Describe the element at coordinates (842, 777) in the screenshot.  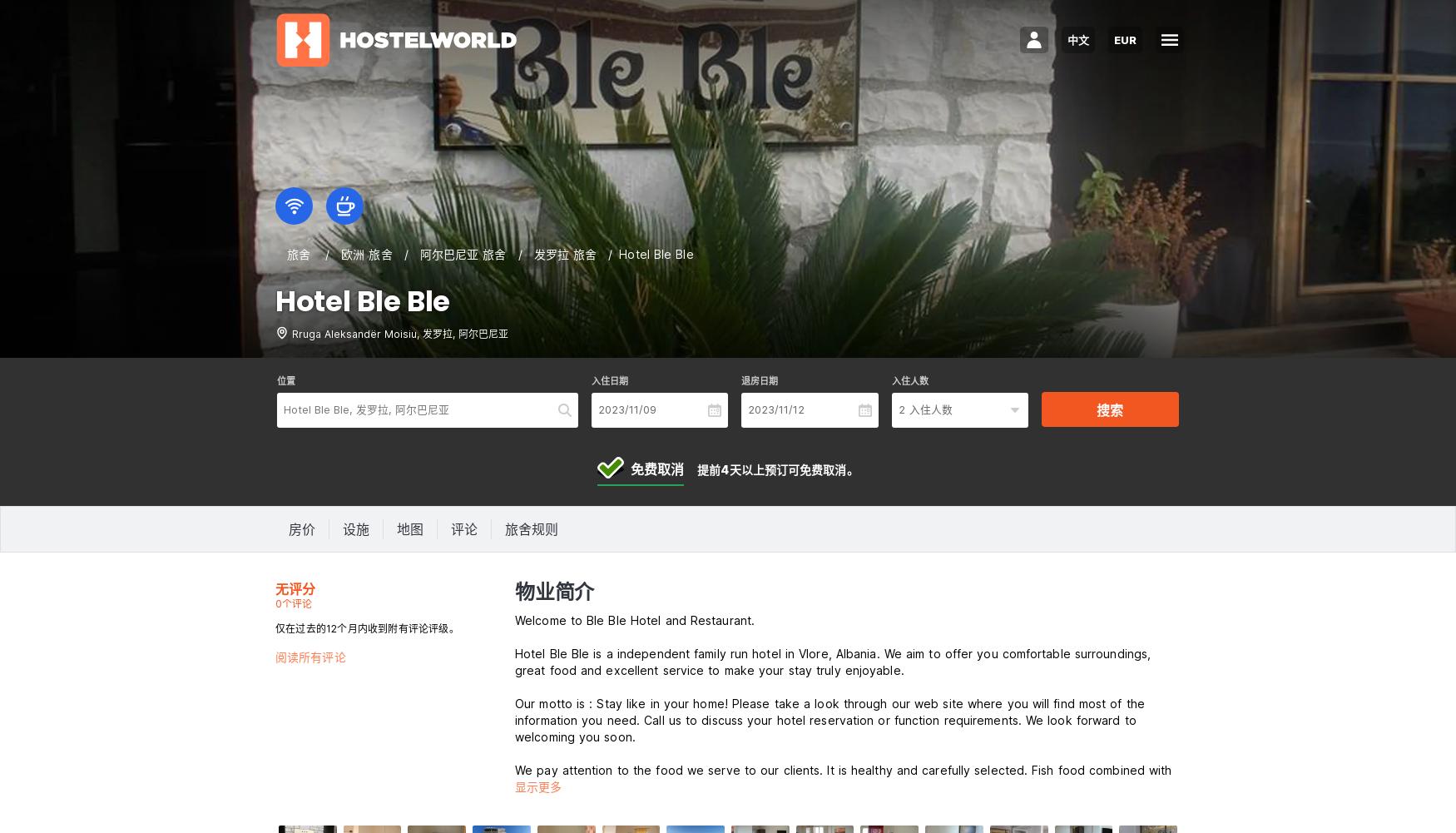
I see `'We pay attention to the food we serve to our clients. It is healthy and carefully selected. Fish food combined with traditional food is the perfect diet for your vacations.'` at that location.